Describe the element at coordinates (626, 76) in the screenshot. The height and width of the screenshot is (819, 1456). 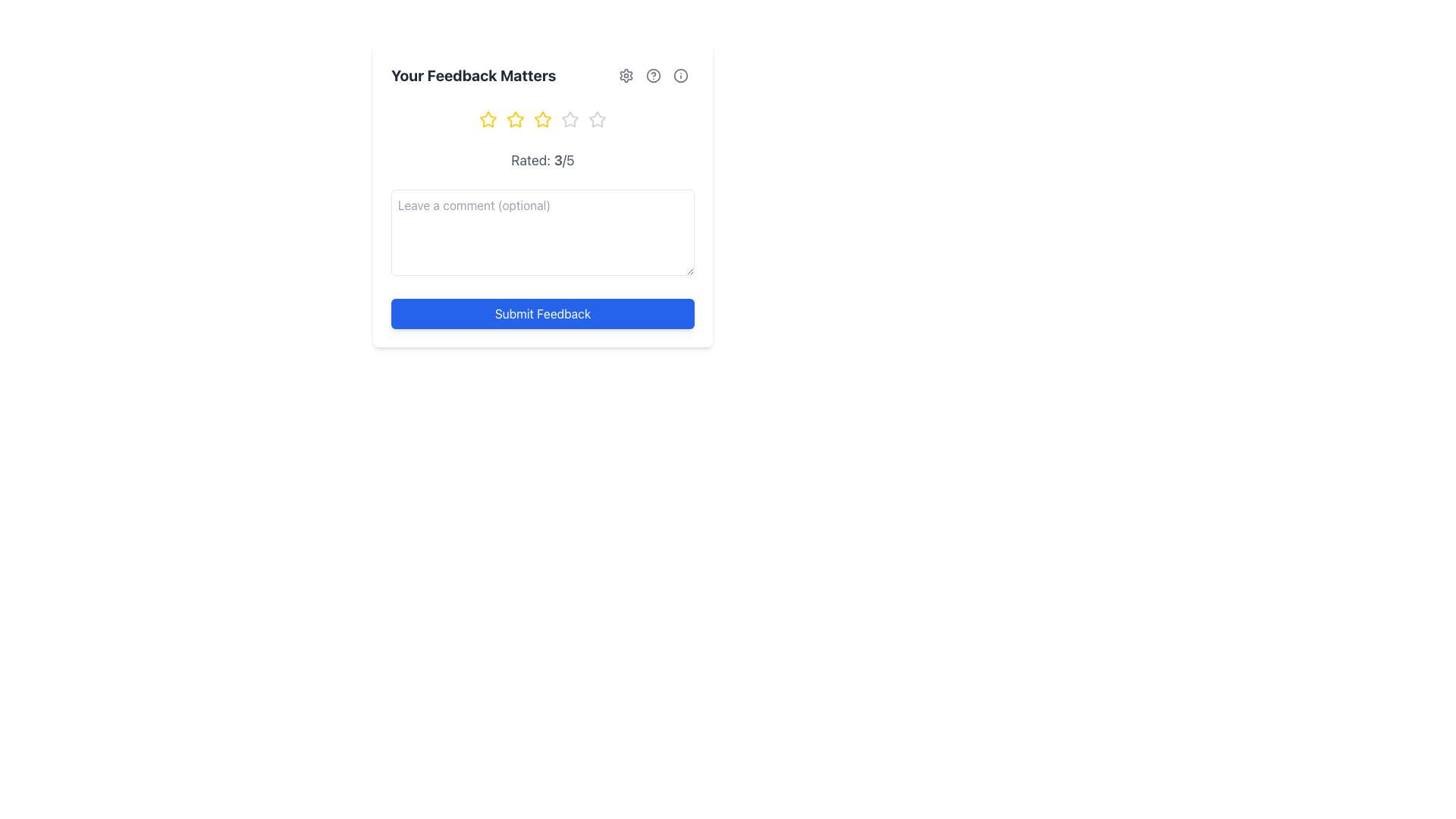
I see `the circular gear-shaped icon in gray located to the right of the 'Your Feedback Matters' title` at that location.